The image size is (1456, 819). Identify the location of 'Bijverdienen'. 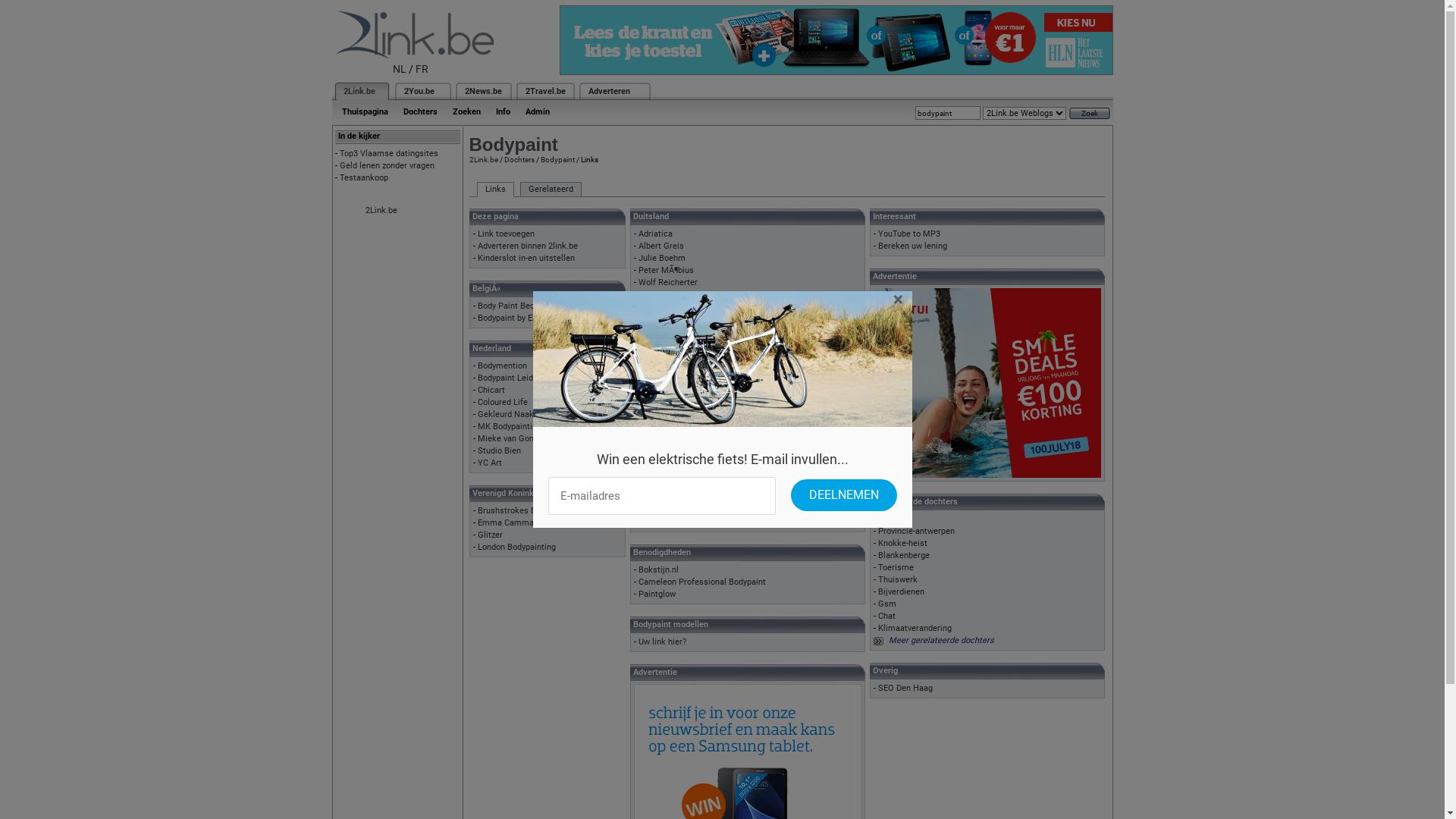
(901, 591).